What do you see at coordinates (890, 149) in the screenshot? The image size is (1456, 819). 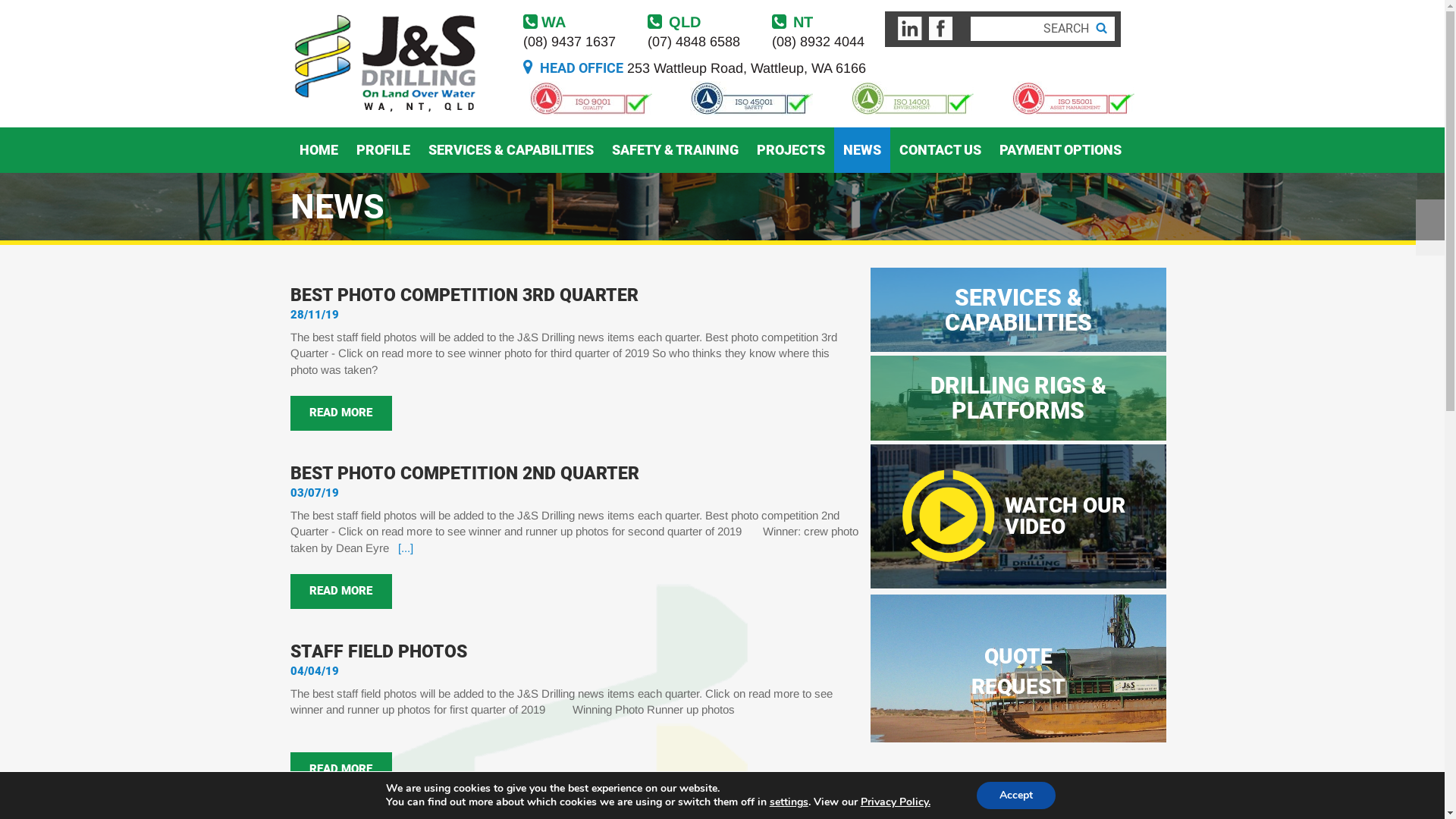 I see `'CONTACT US'` at bounding box center [890, 149].